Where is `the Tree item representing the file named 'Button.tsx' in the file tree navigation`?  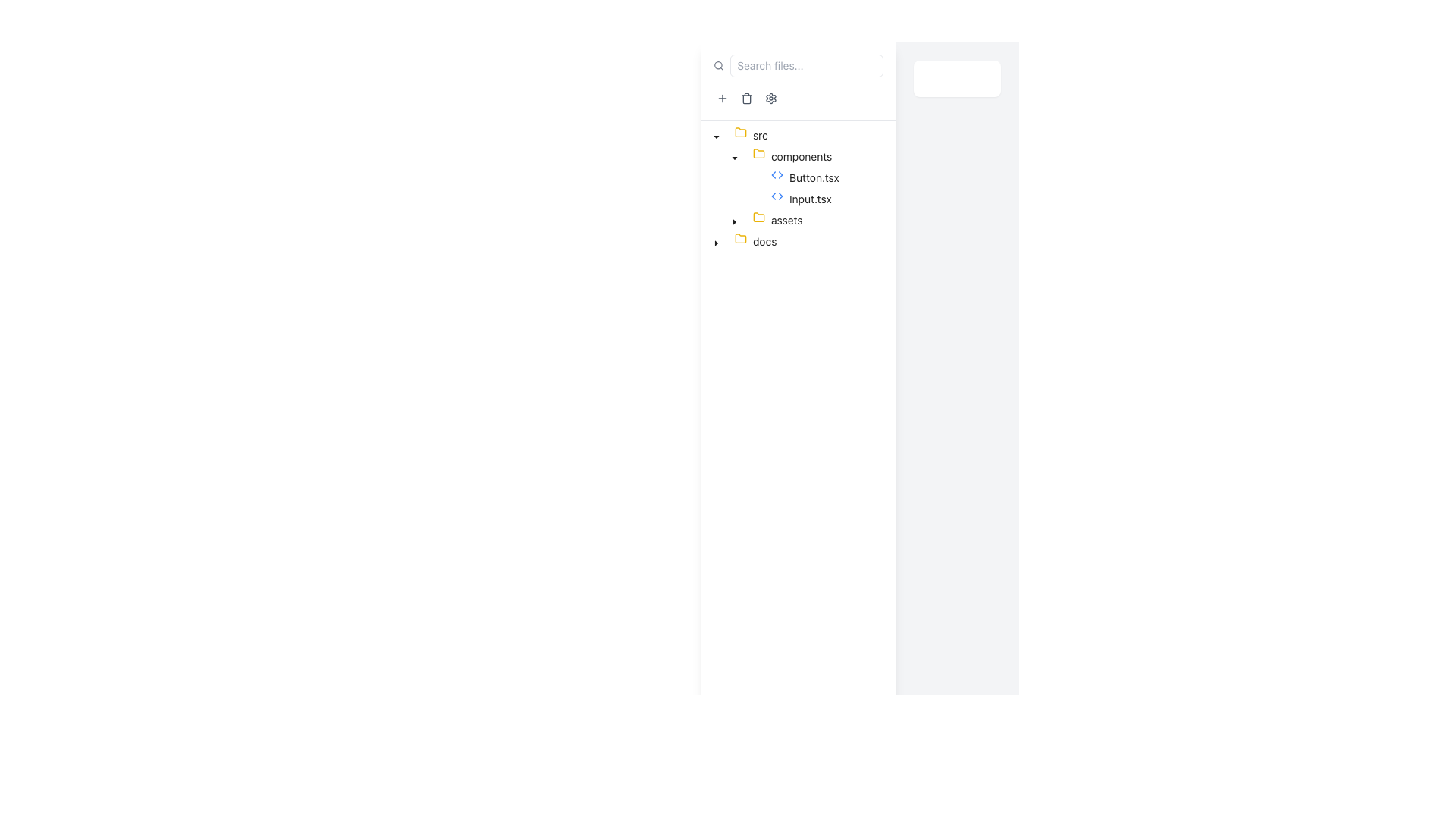 the Tree item representing the file named 'Button.tsx' in the file tree navigation is located at coordinates (776, 177).